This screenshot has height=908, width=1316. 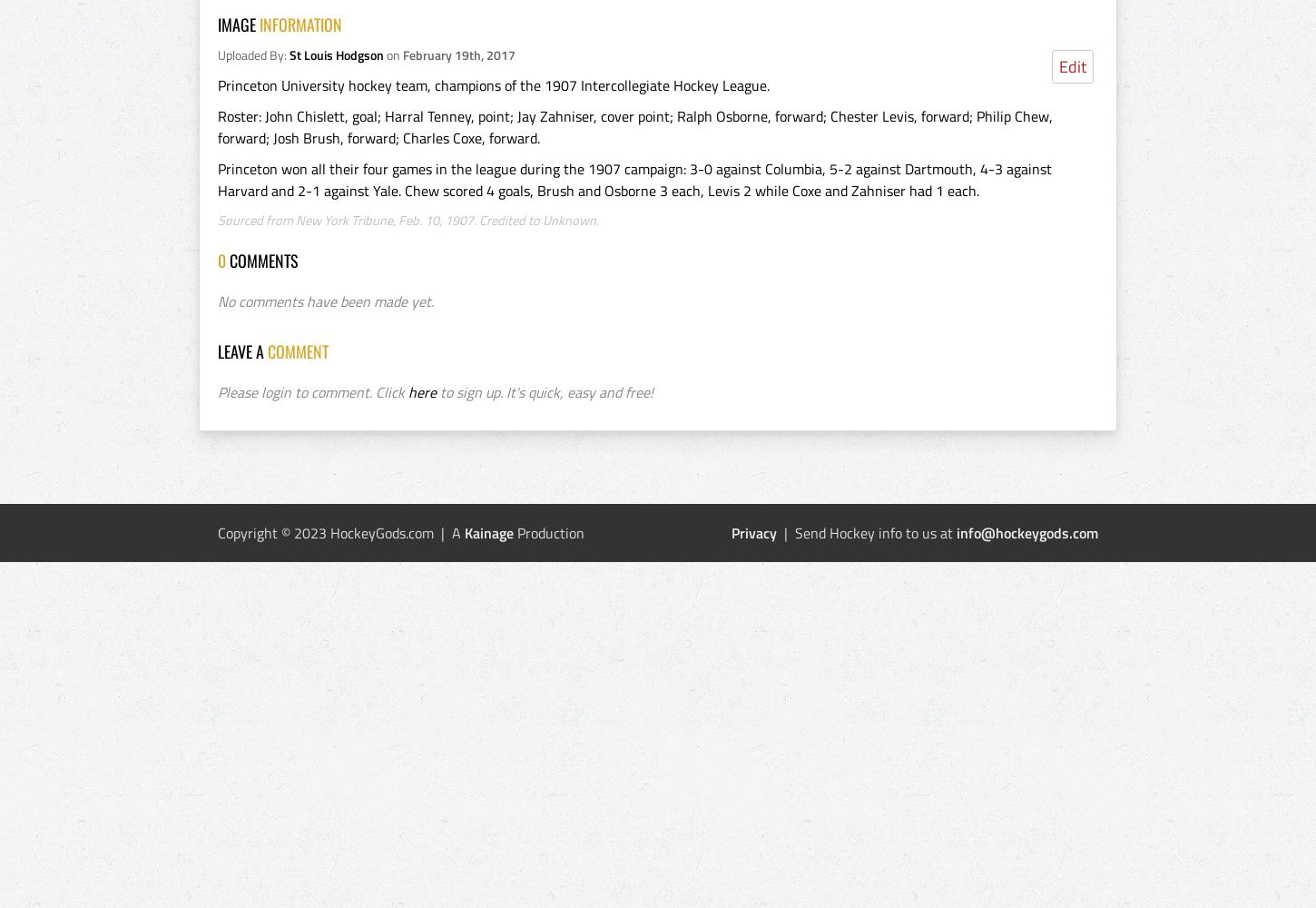 What do you see at coordinates (865, 532) in the screenshot?
I see `'| 
Send Hockey info to us at'` at bounding box center [865, 532].